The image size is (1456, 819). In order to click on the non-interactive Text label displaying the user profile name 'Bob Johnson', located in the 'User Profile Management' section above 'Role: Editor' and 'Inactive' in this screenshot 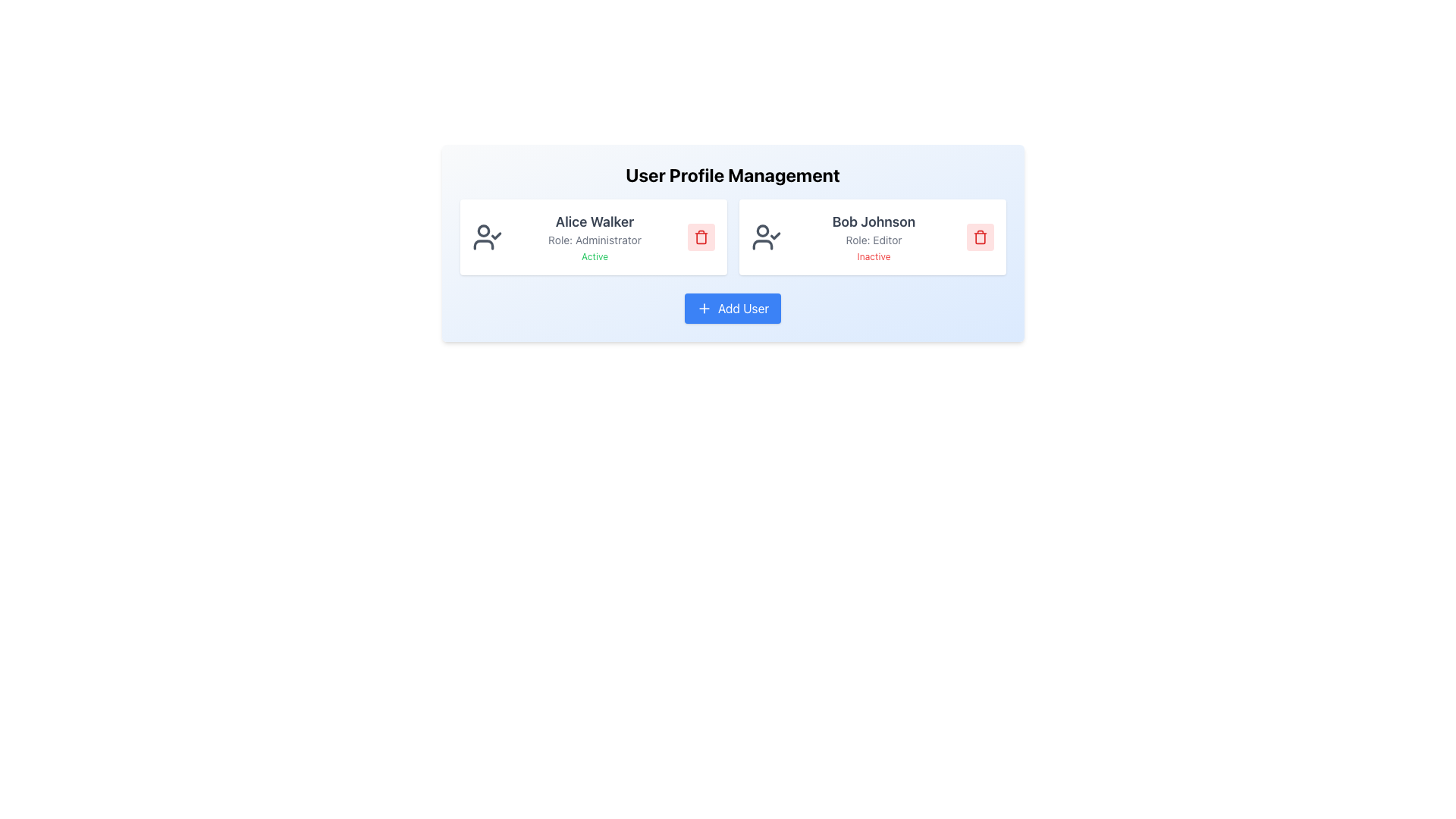, I will do `click(874, 222)`.